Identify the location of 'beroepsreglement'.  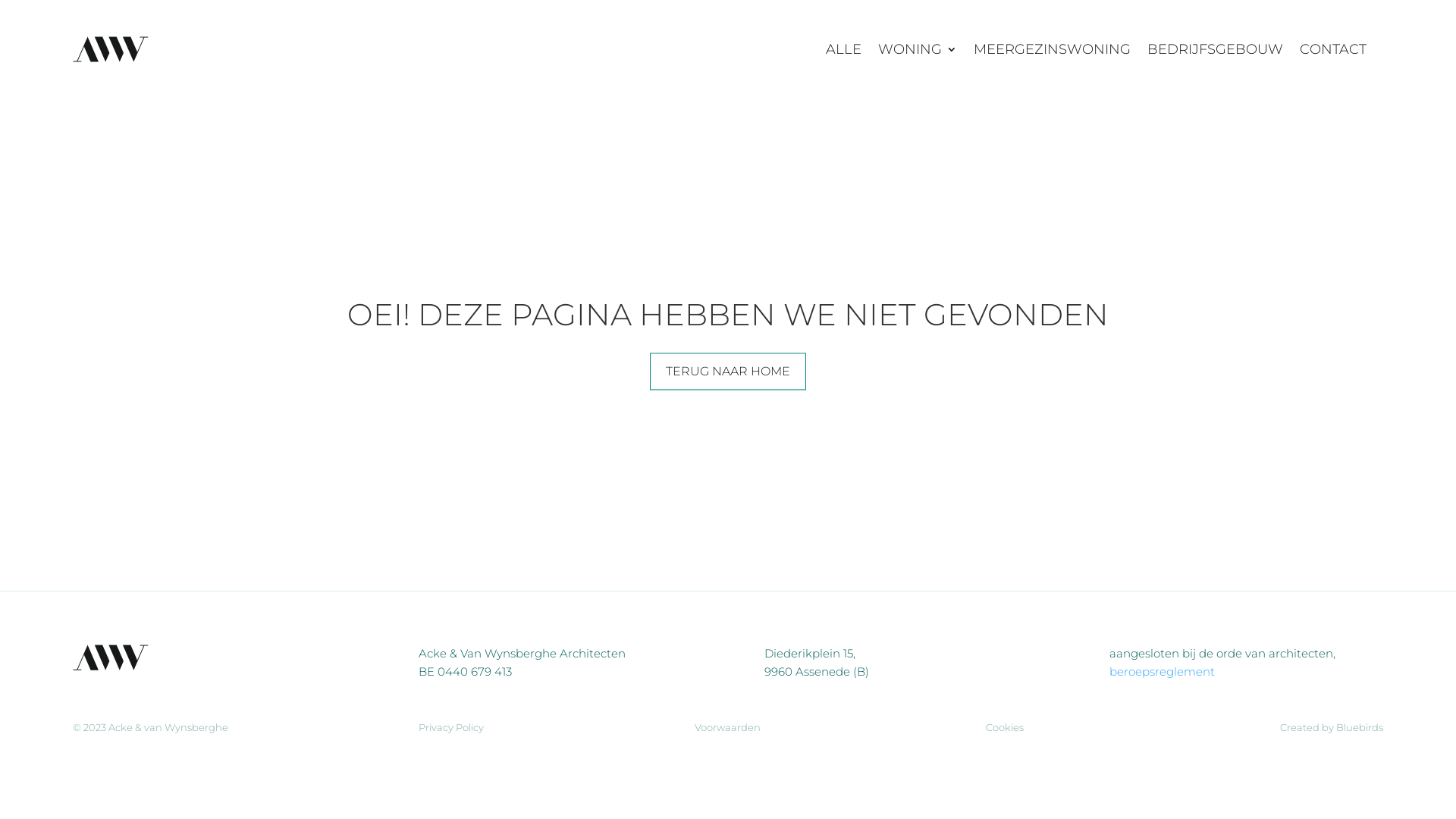
(1161, 670).